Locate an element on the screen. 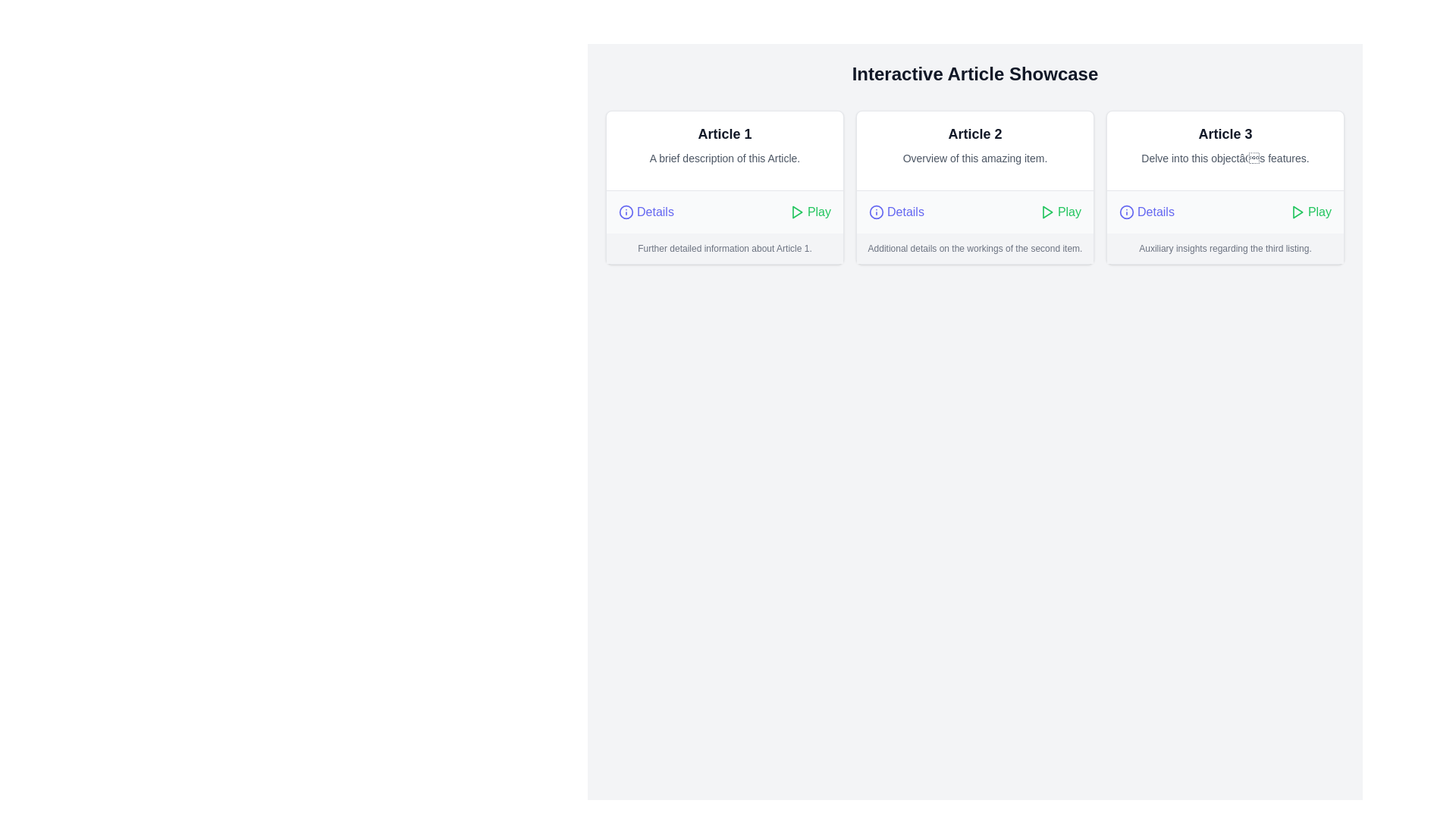  the green 'Play' button located at the bottom section of the 'Article 2' card is located at coordinates (1059, 212).